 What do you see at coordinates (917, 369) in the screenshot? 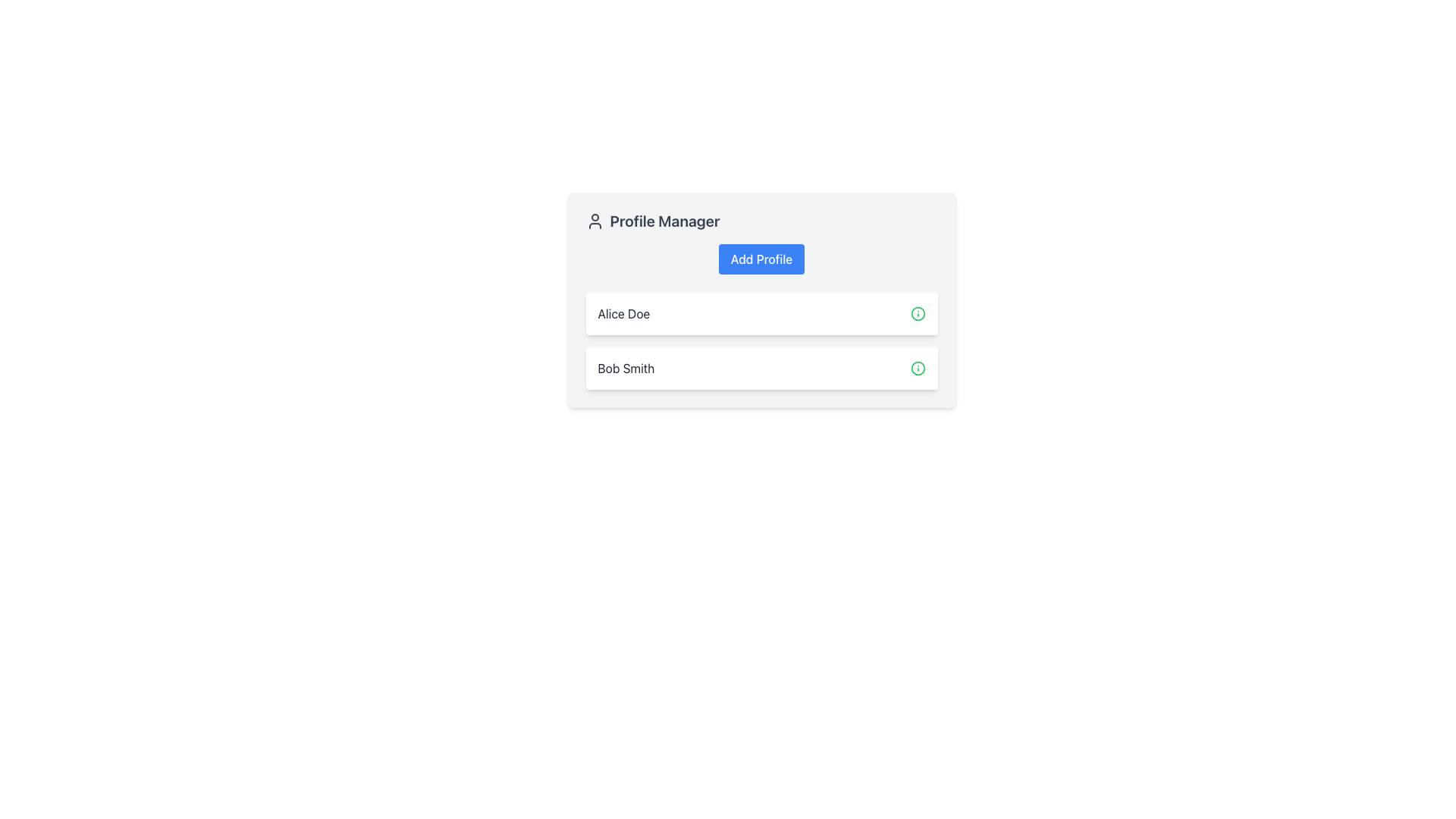
I see `the informational icon located to the right of the profile 'Bob Smith' in the Profile Manager section` at bounding box center [917, 369].